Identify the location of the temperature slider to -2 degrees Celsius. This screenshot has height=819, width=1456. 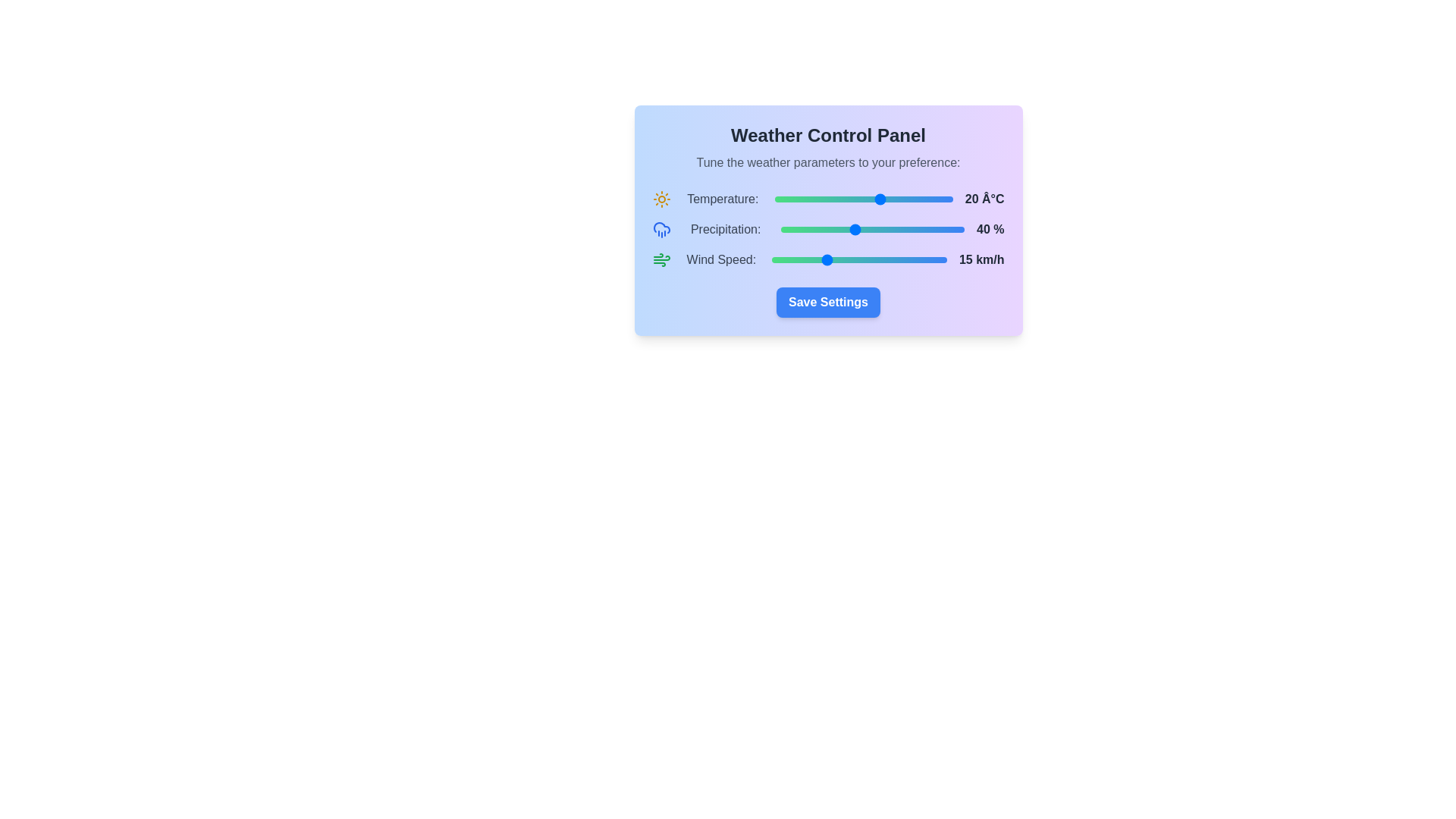
(802, 198).